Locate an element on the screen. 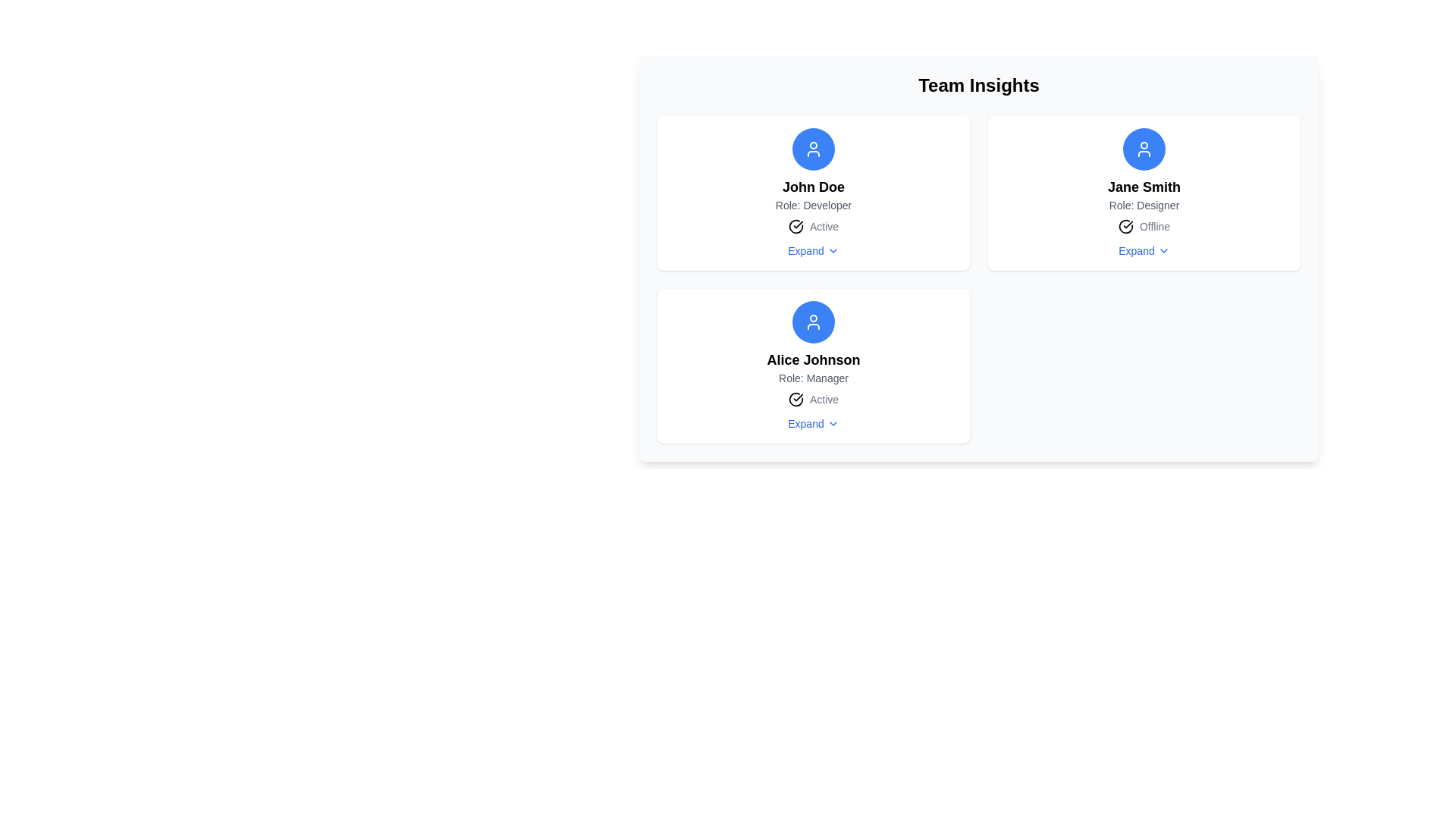  the user avatar icon located in the top-left card of the grid structure, which is labeled 'John Doe' is located at coordinates (813, 149).